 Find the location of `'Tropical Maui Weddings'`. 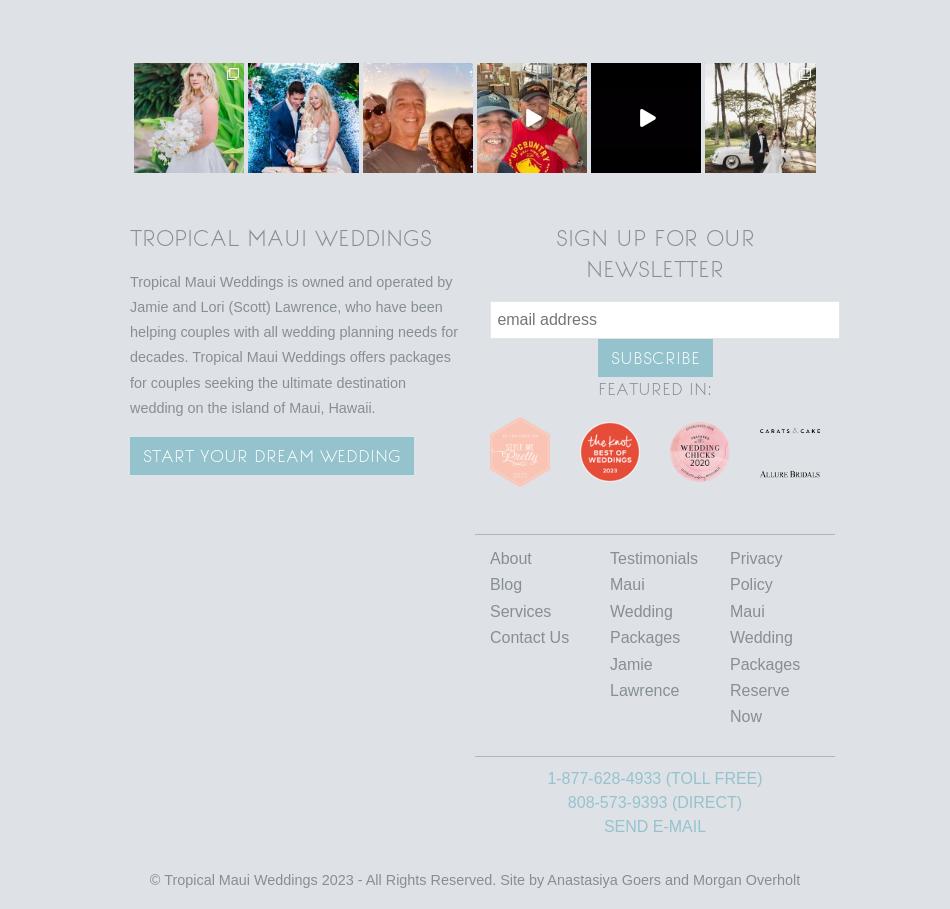

'Tropical Maui Weddings' is located at coordinates (280, 236).